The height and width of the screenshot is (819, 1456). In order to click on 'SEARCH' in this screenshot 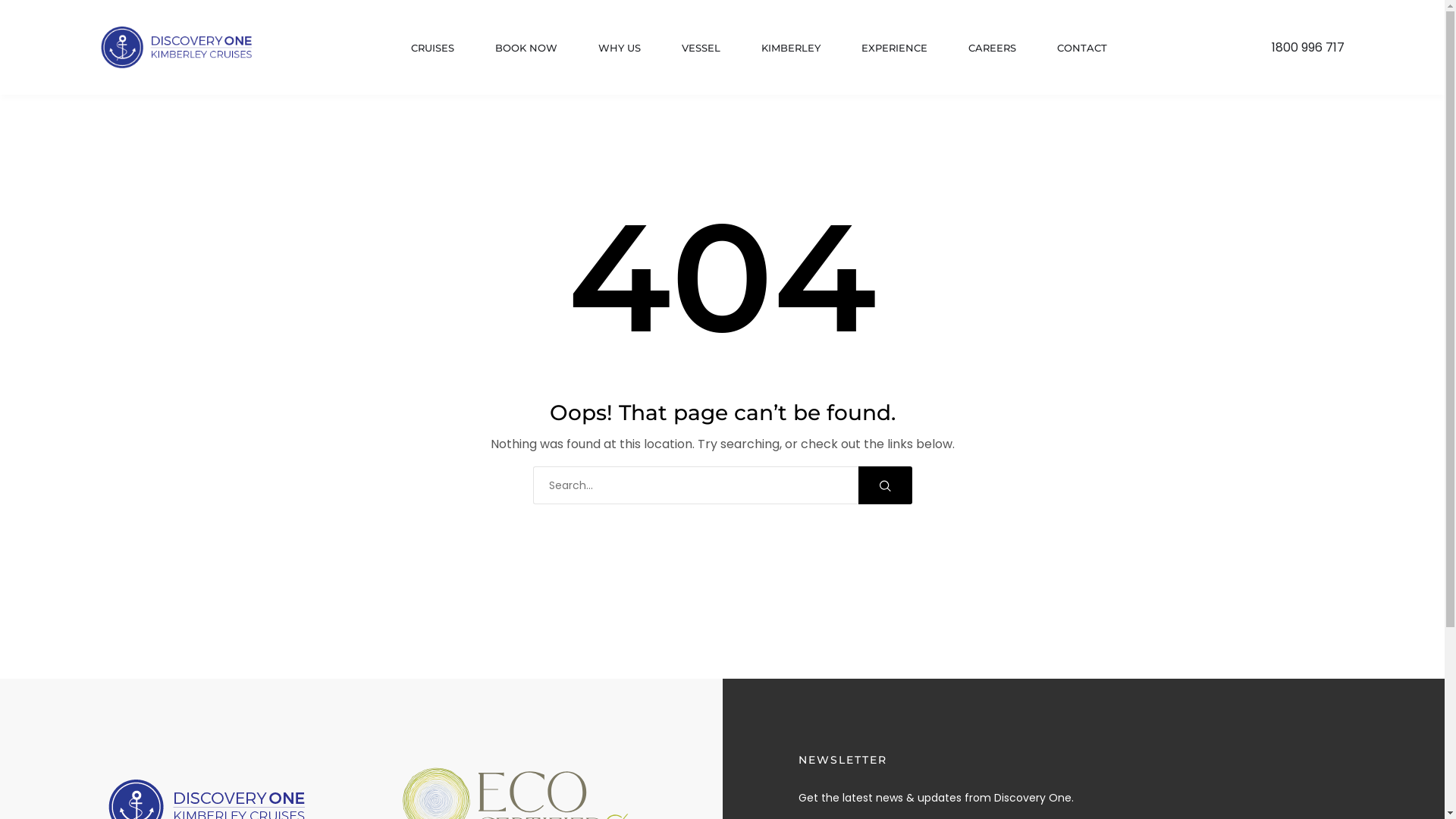, I will do `click(885, 485)`.